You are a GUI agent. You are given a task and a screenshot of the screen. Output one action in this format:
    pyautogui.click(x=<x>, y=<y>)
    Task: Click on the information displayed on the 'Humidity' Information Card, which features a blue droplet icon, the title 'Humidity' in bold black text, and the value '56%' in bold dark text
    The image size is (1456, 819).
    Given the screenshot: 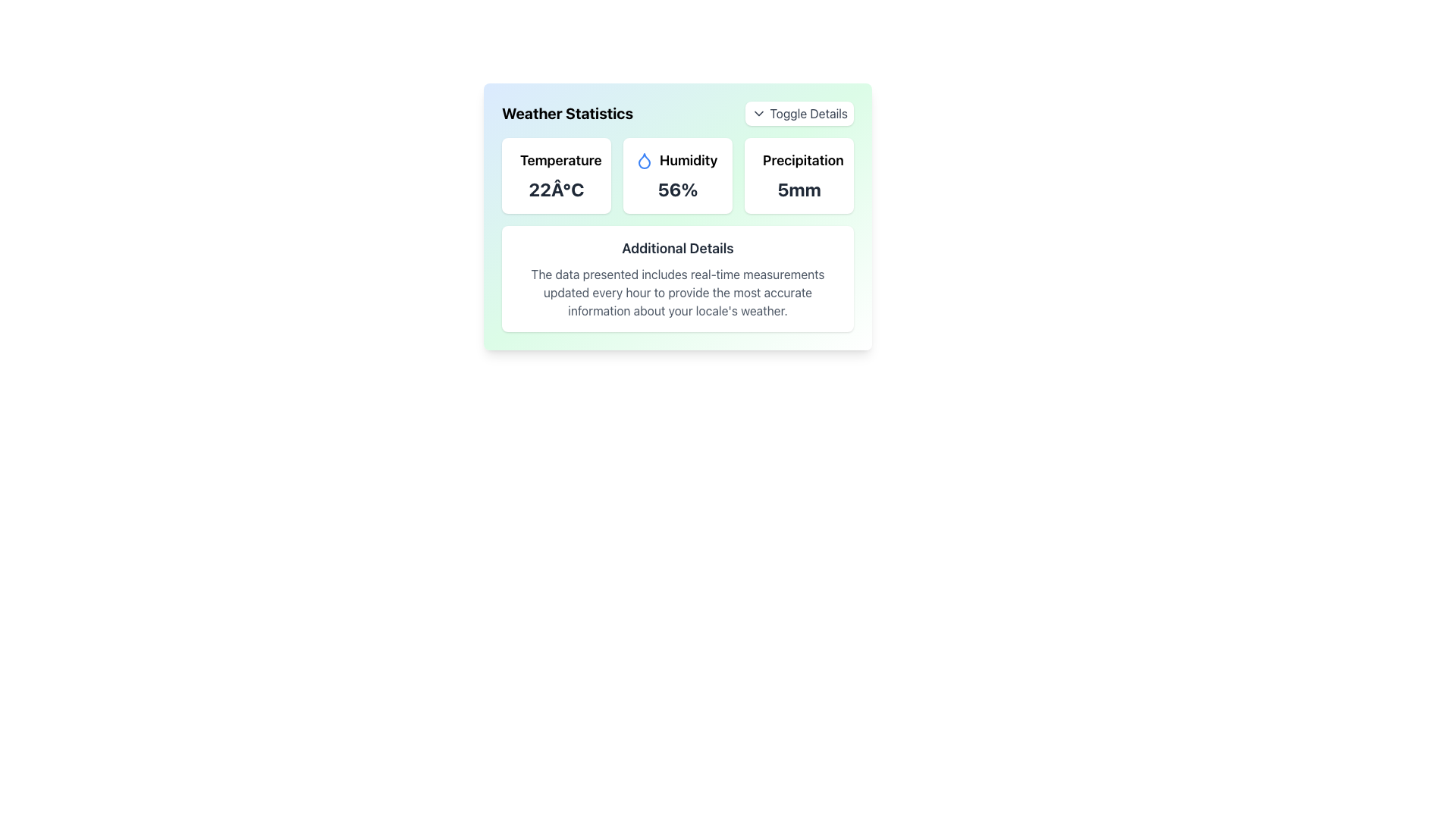 What is the action you would take?
    pyautogui.click(x=676, y=174)
    